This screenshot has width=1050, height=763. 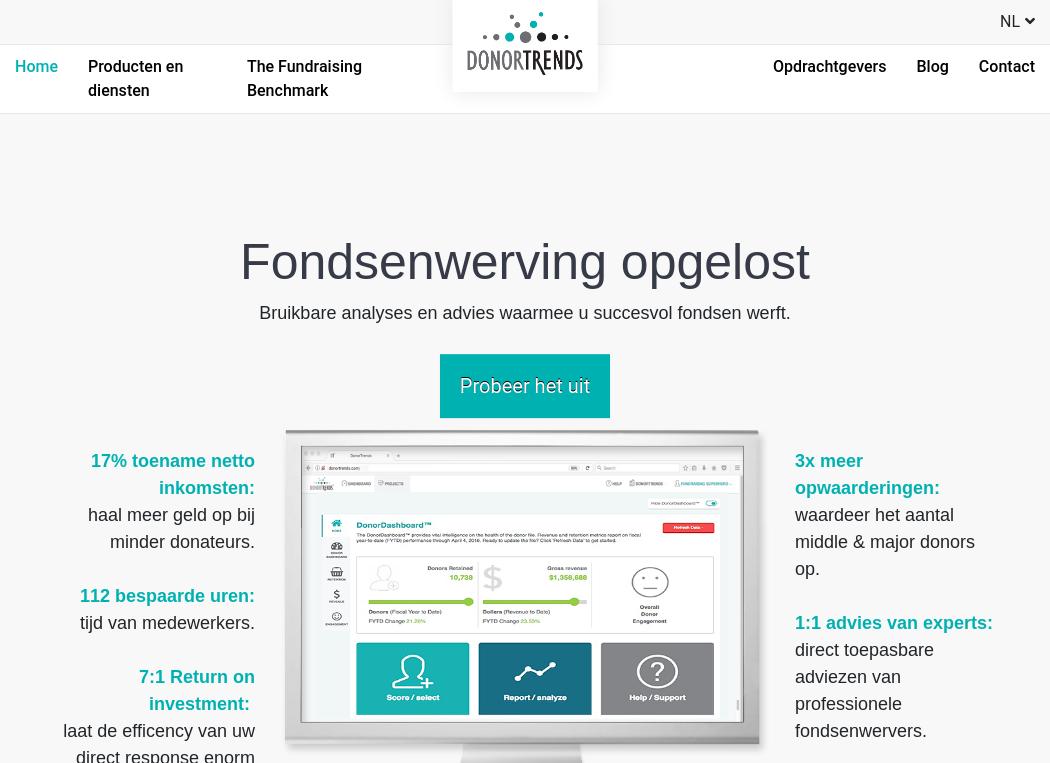 What do you see at coordinates (89, 473) in the screenshot?
I see `'17% toename netto inkomsten:'` at bounding box center [89, 473].